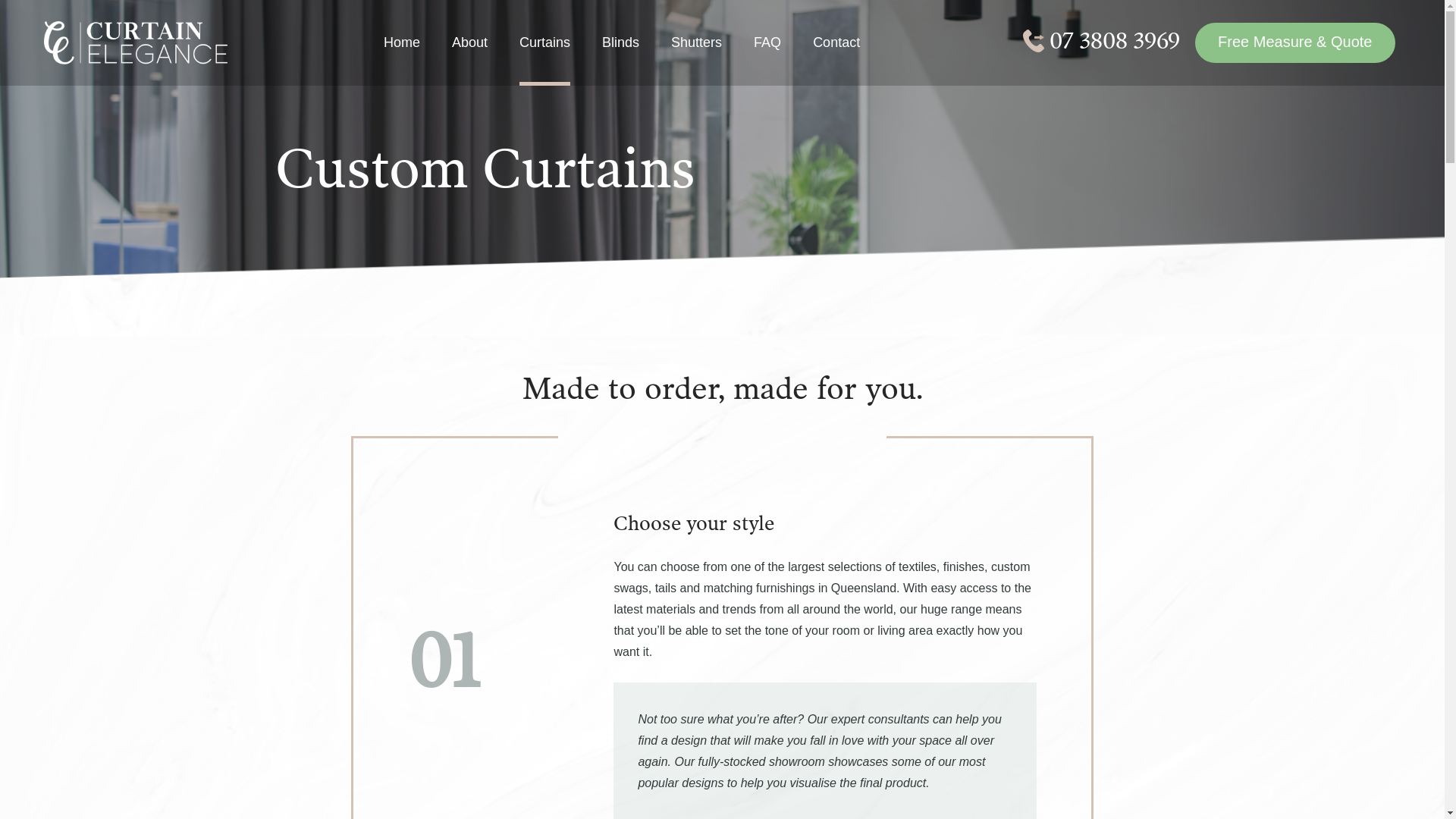  What do you see at coordinates (1101, 40) in the screenshot?
I see `'07 3808 3969'` at bounding box center [1101, 40].